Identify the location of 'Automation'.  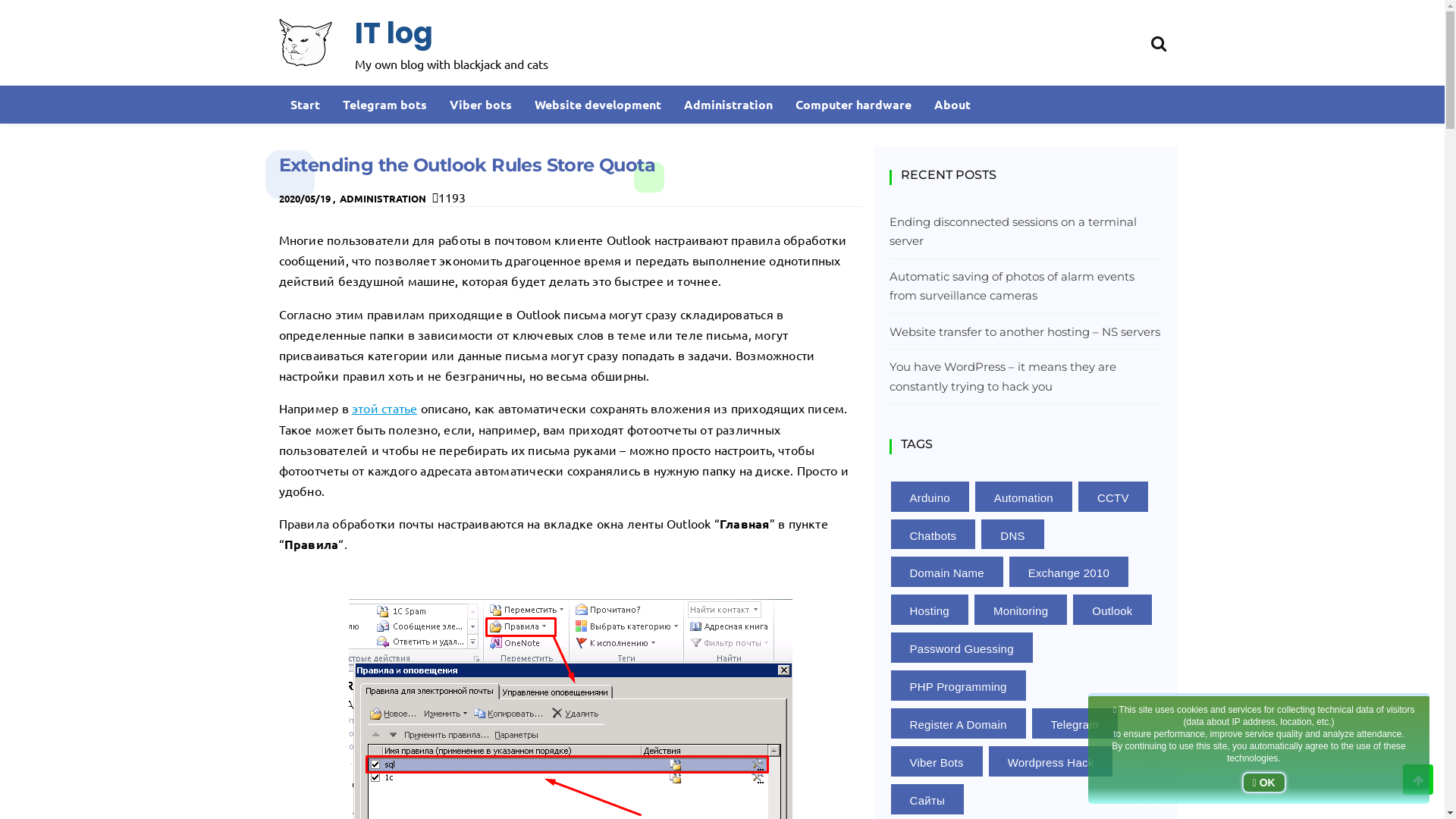
(1023, 497).